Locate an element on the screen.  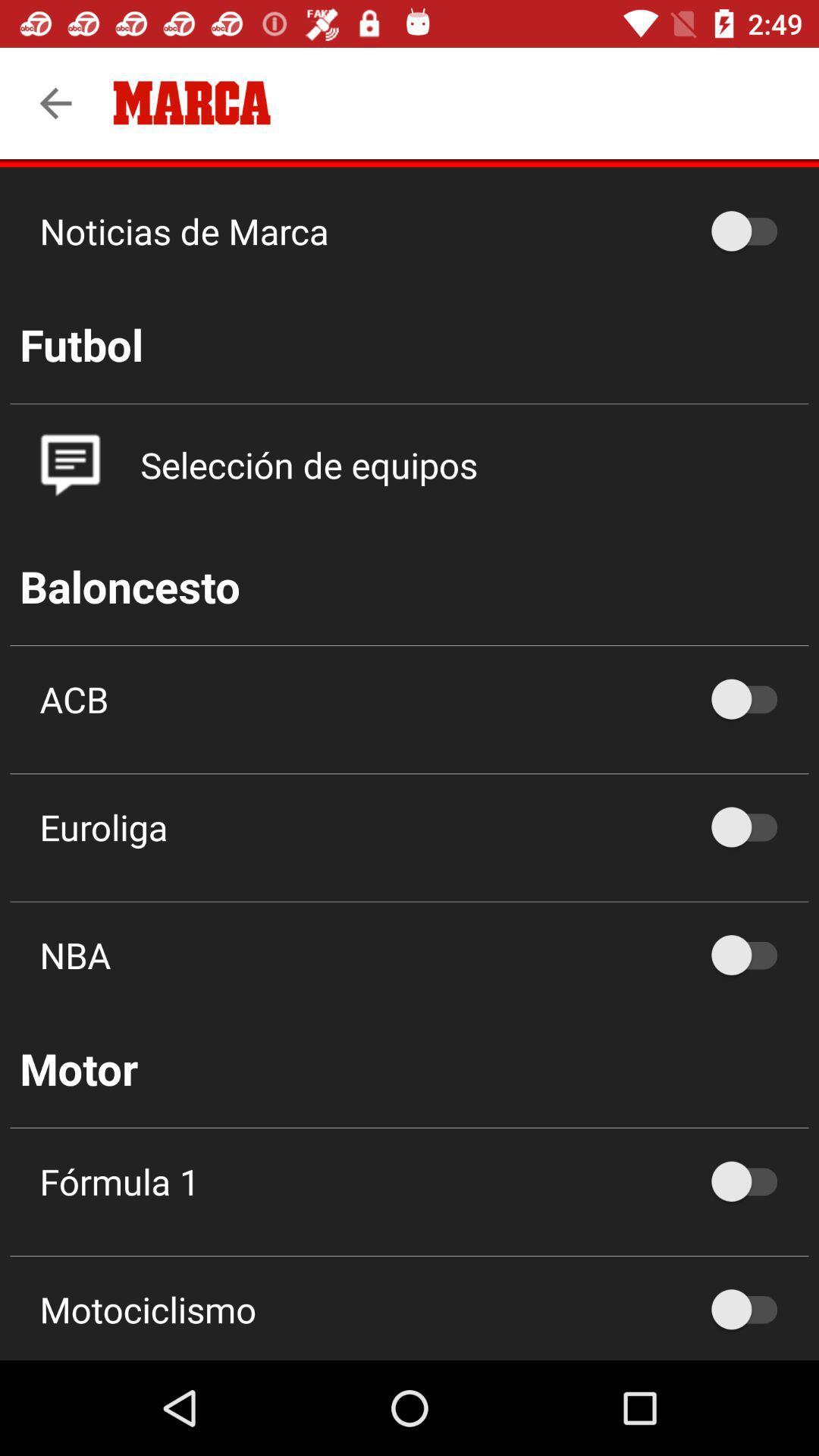
option is located at coordinates (752, 826).